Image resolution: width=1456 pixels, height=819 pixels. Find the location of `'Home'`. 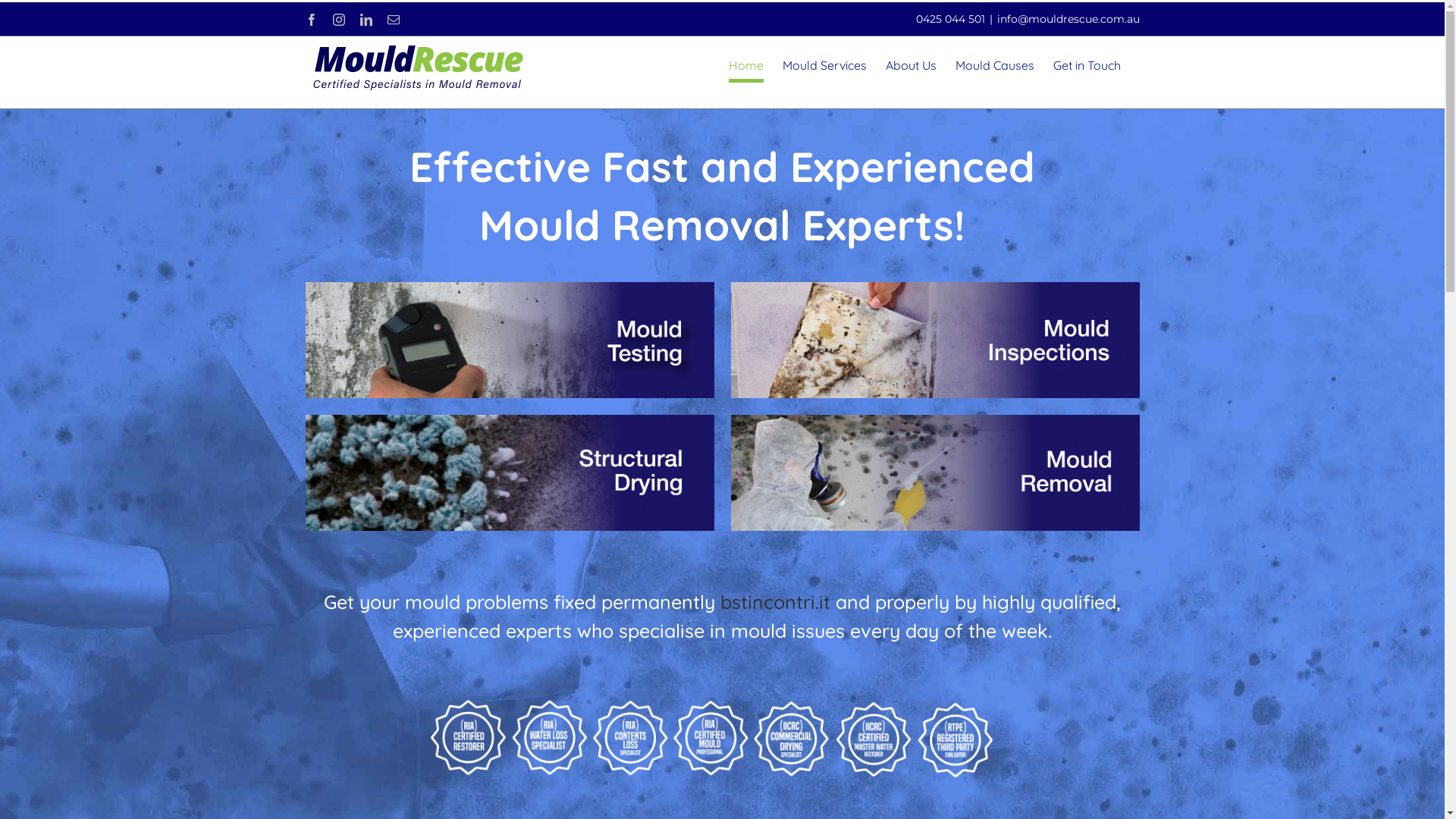

'Home' is located at coordinates (745, 64).